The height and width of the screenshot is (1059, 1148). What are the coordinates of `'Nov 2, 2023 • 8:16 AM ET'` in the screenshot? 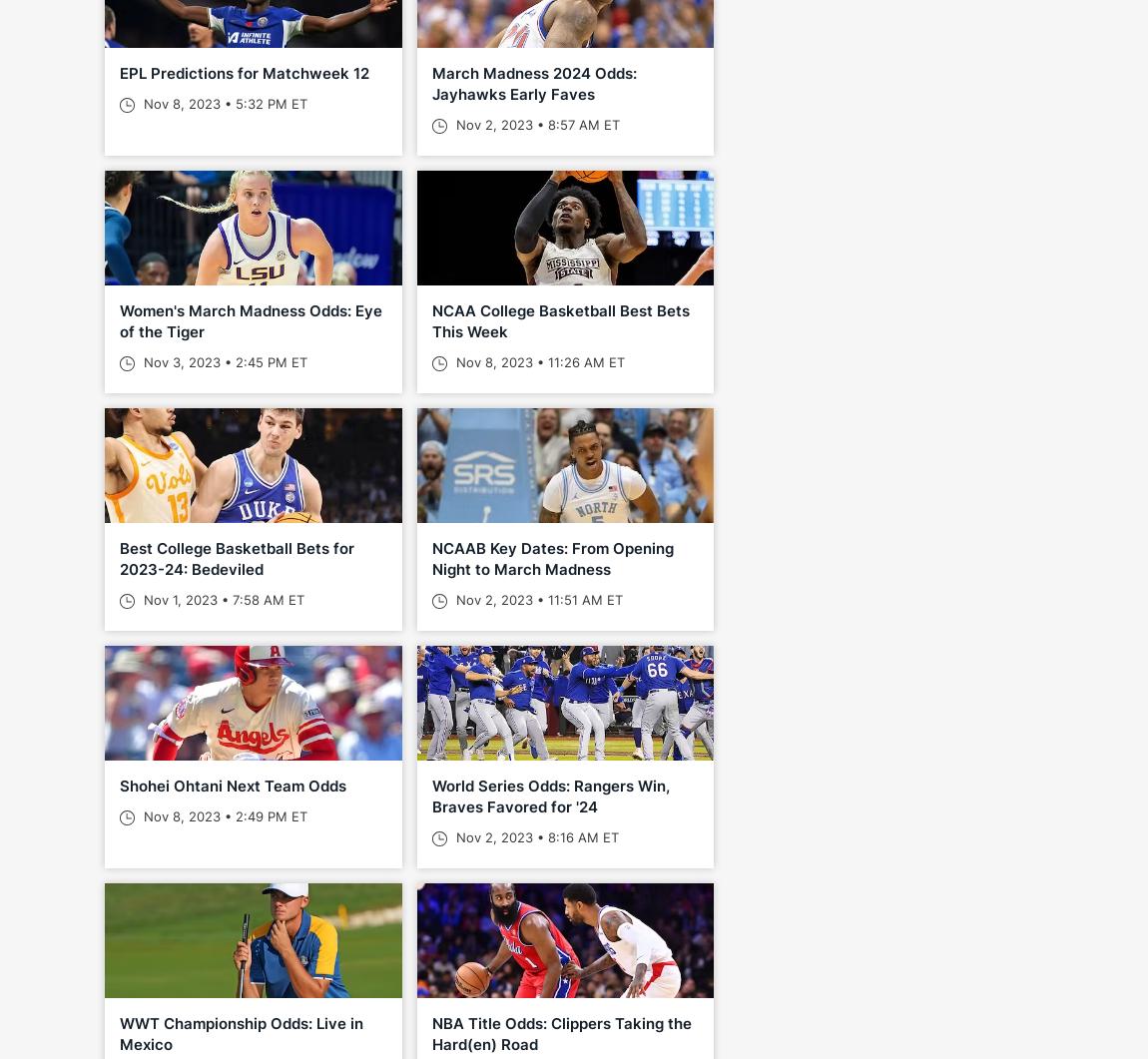 It's located at (450, 837).